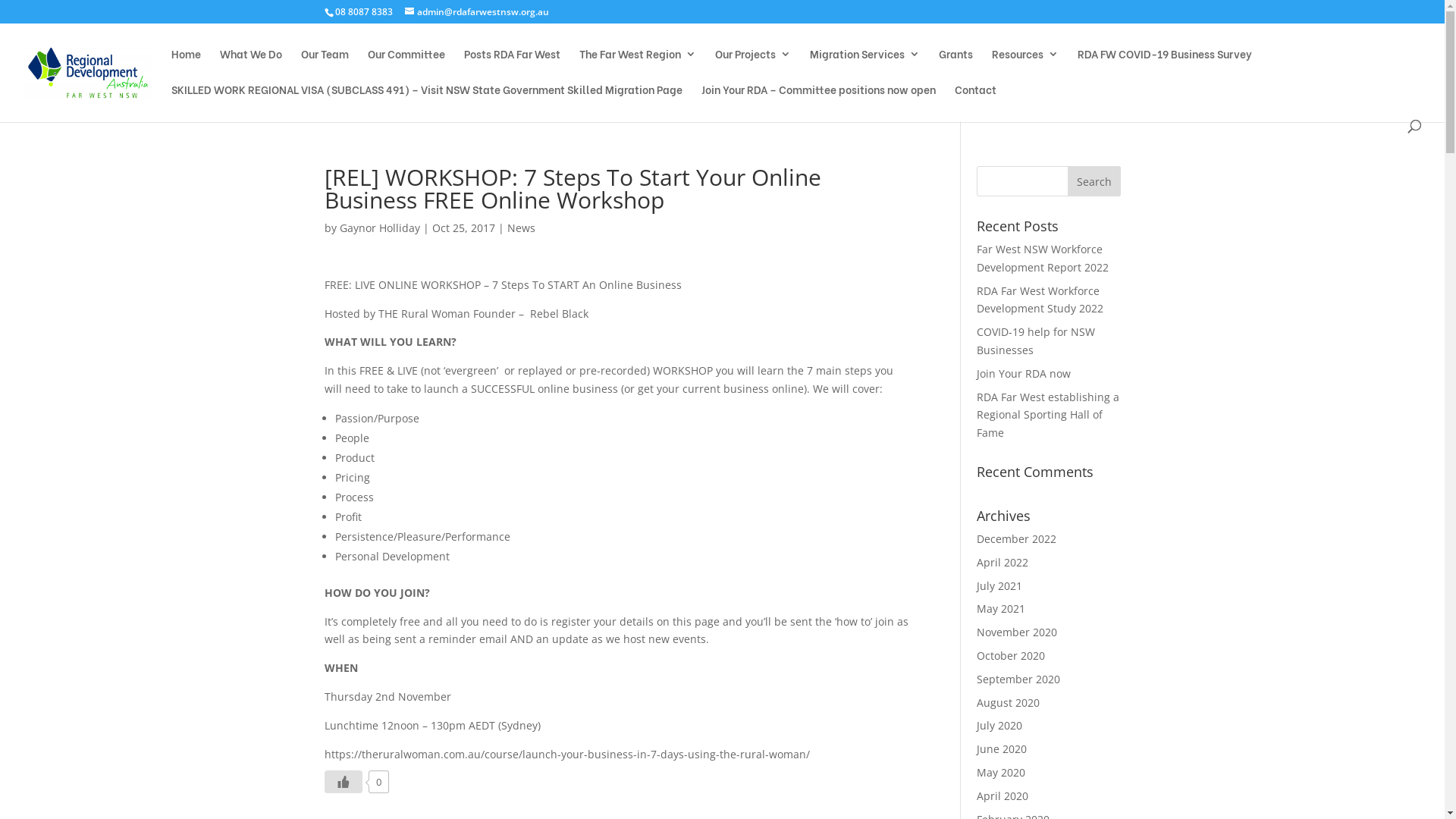 The width and height of the screenshot is (1456, 819). I want to click on 'The Far West Region', so click(637, 65).